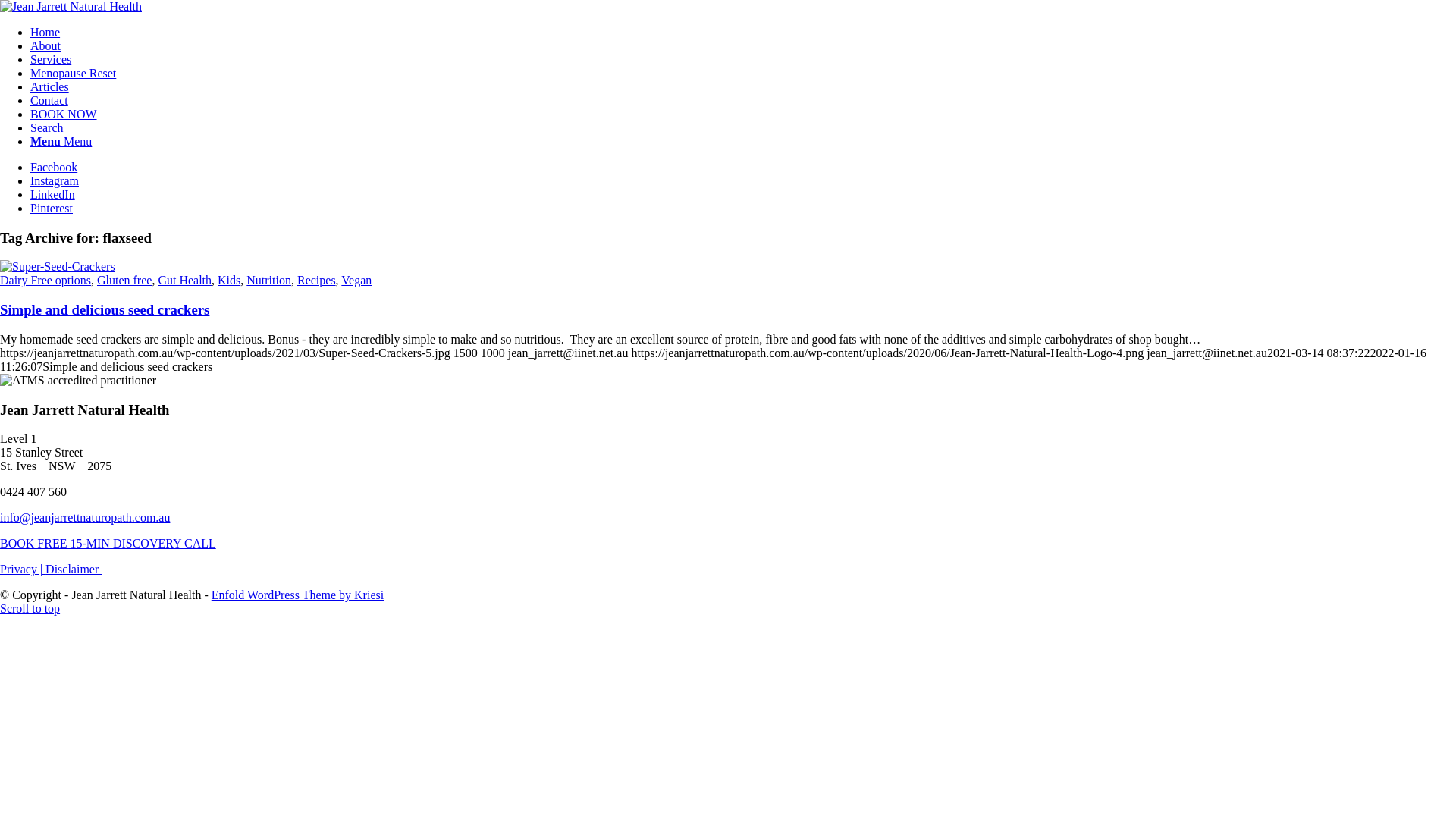  Describe the element at coordinates (61, 141) in the screenshot. I see `'Menu Menu'` at that location.